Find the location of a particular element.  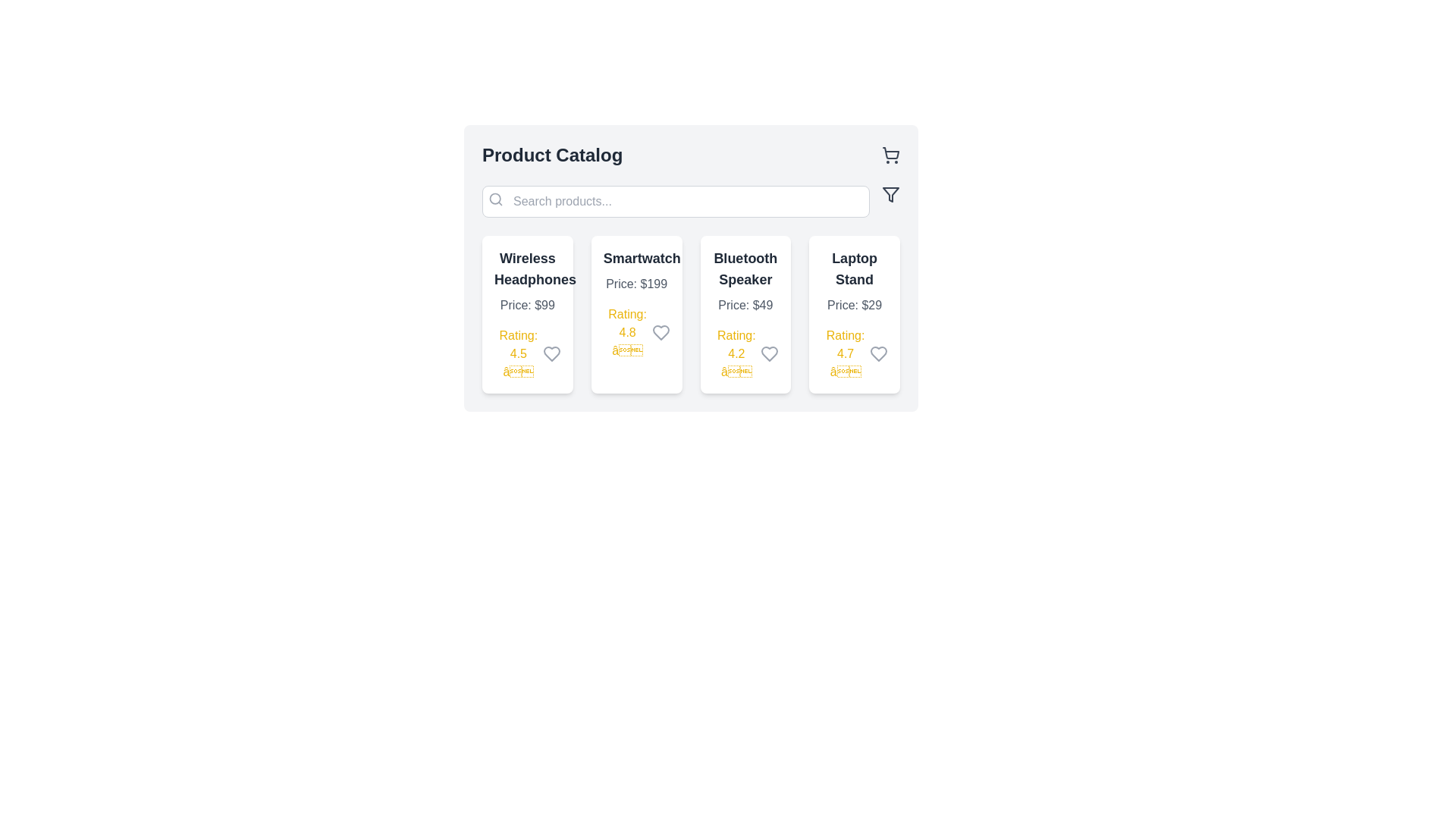

the favorite or like button located at the bottom of the 'Bluetooth Speaker' product card is located at coordinates (770, 353).